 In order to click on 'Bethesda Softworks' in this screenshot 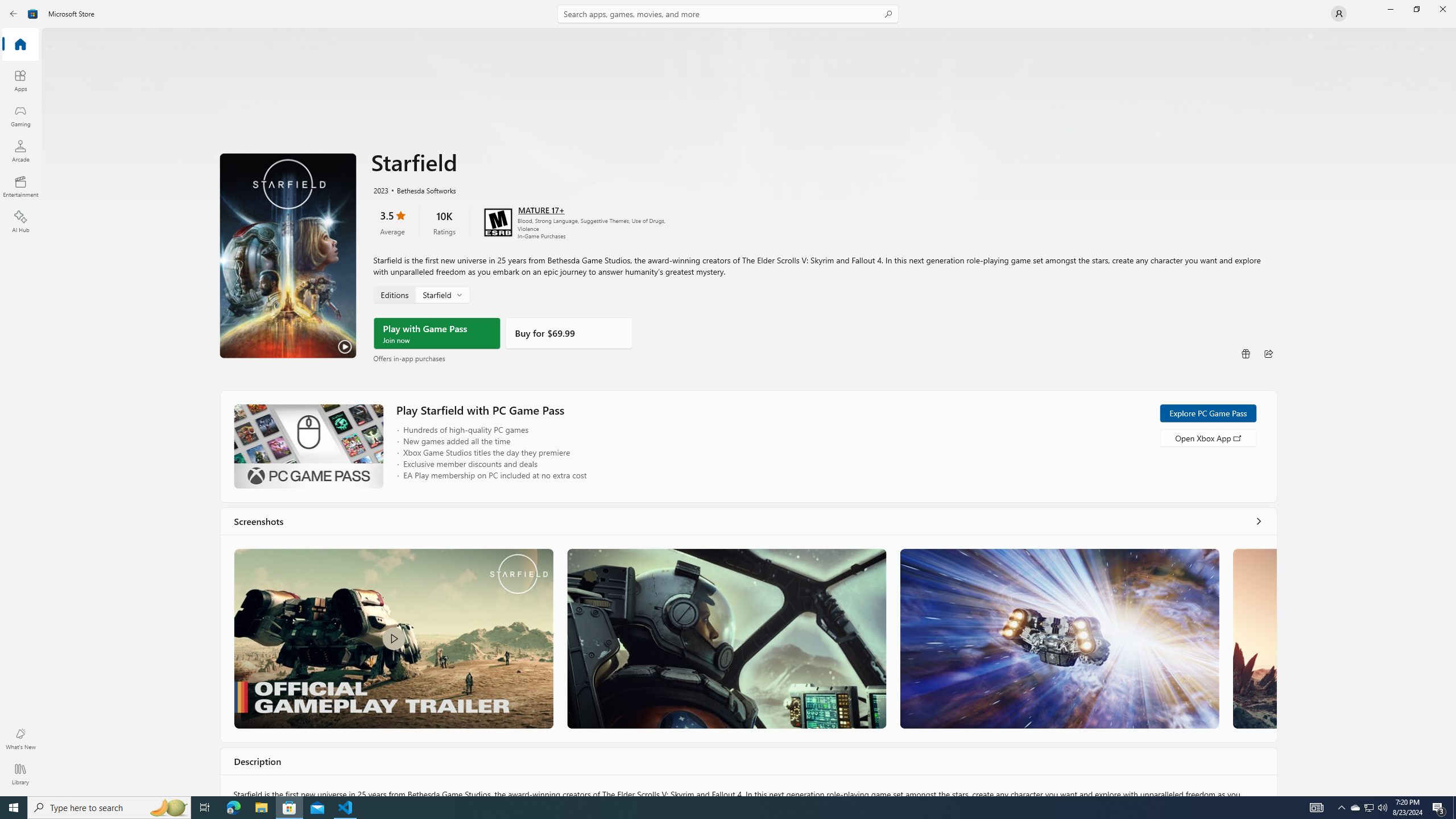, I will do `click(420, 189)`.